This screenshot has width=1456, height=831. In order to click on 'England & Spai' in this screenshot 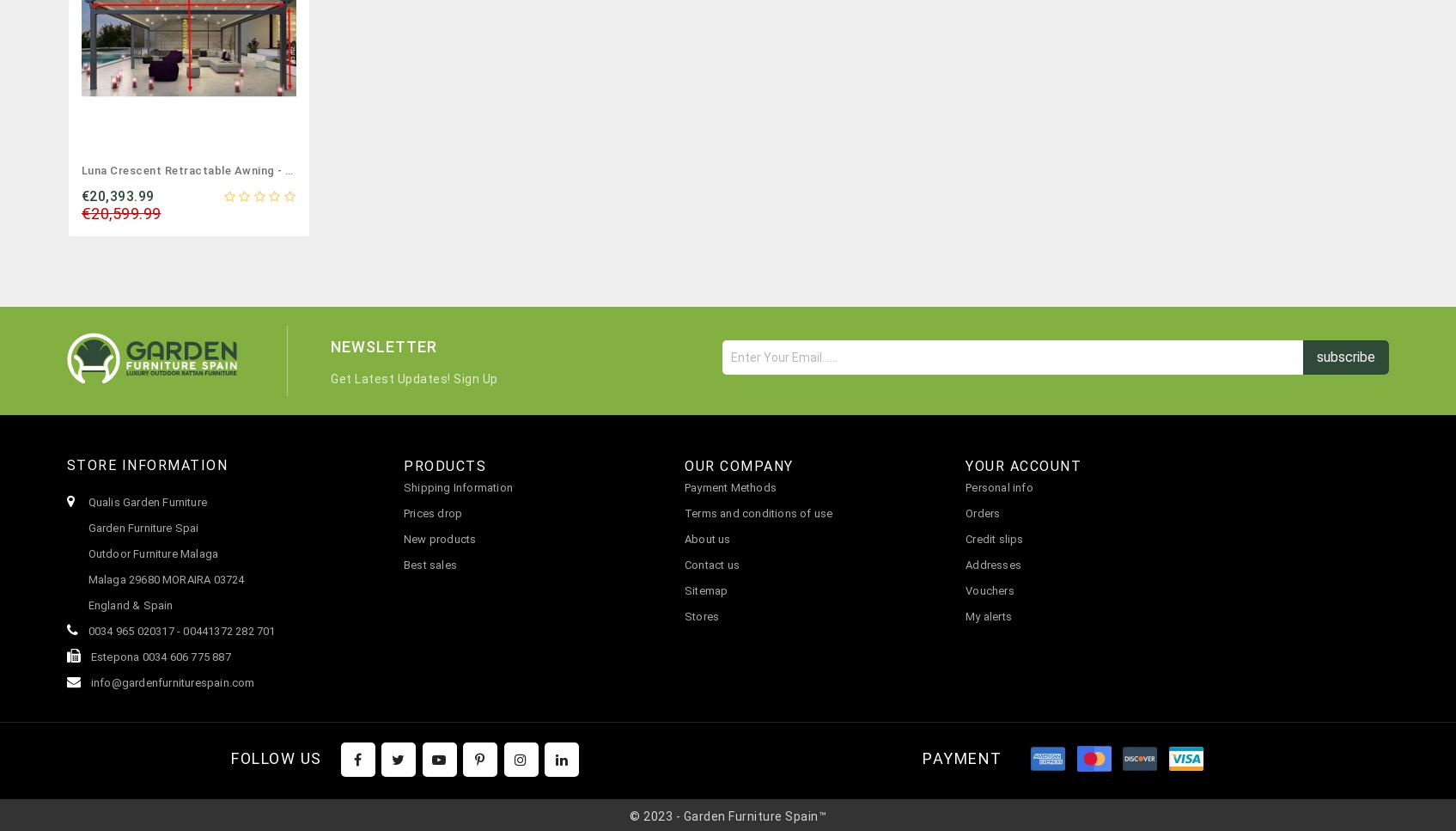, I will do `click(126, 605)`.